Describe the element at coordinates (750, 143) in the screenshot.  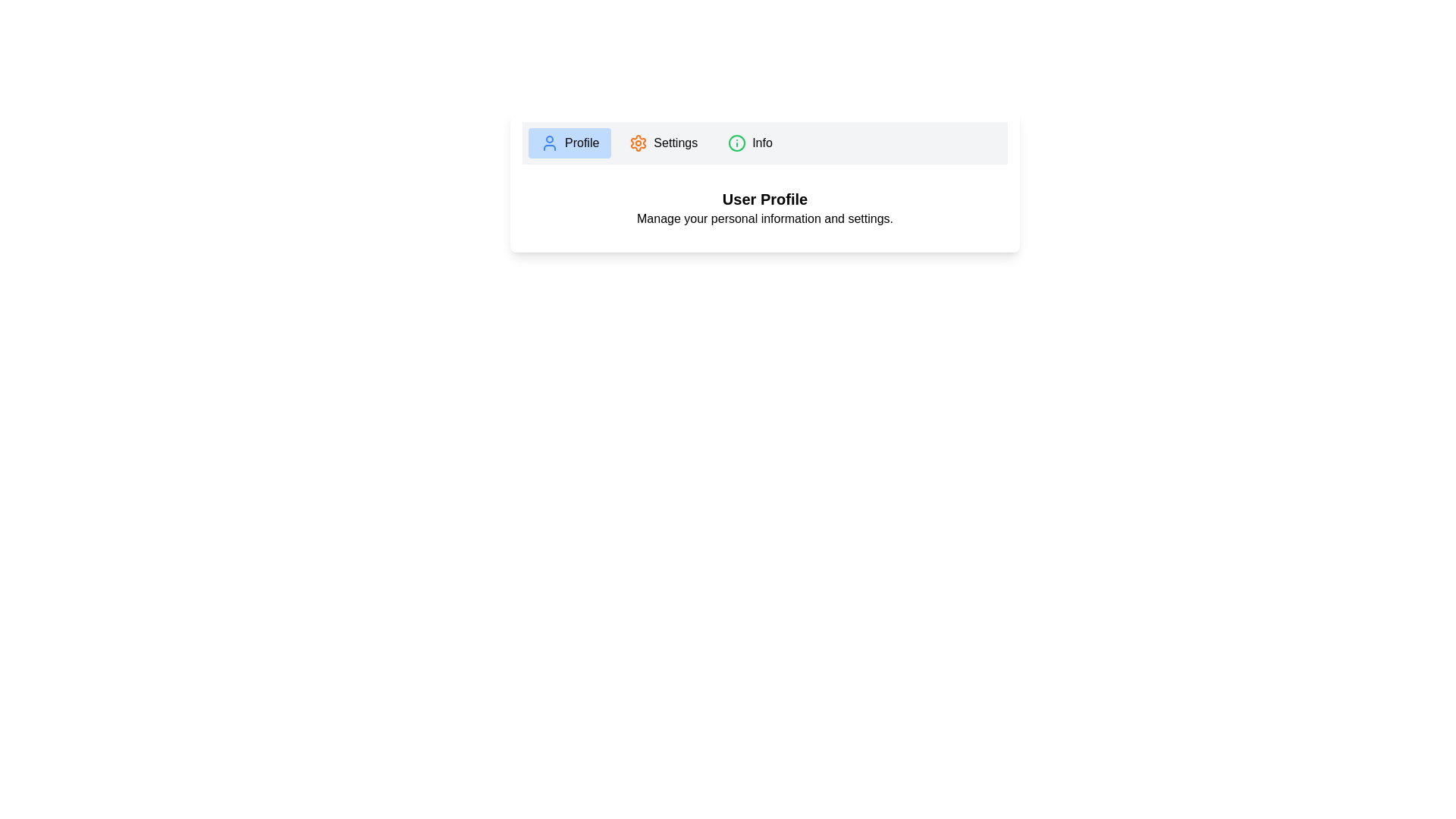
I see `the tab labeled Info to observe its hover effect` at that location.